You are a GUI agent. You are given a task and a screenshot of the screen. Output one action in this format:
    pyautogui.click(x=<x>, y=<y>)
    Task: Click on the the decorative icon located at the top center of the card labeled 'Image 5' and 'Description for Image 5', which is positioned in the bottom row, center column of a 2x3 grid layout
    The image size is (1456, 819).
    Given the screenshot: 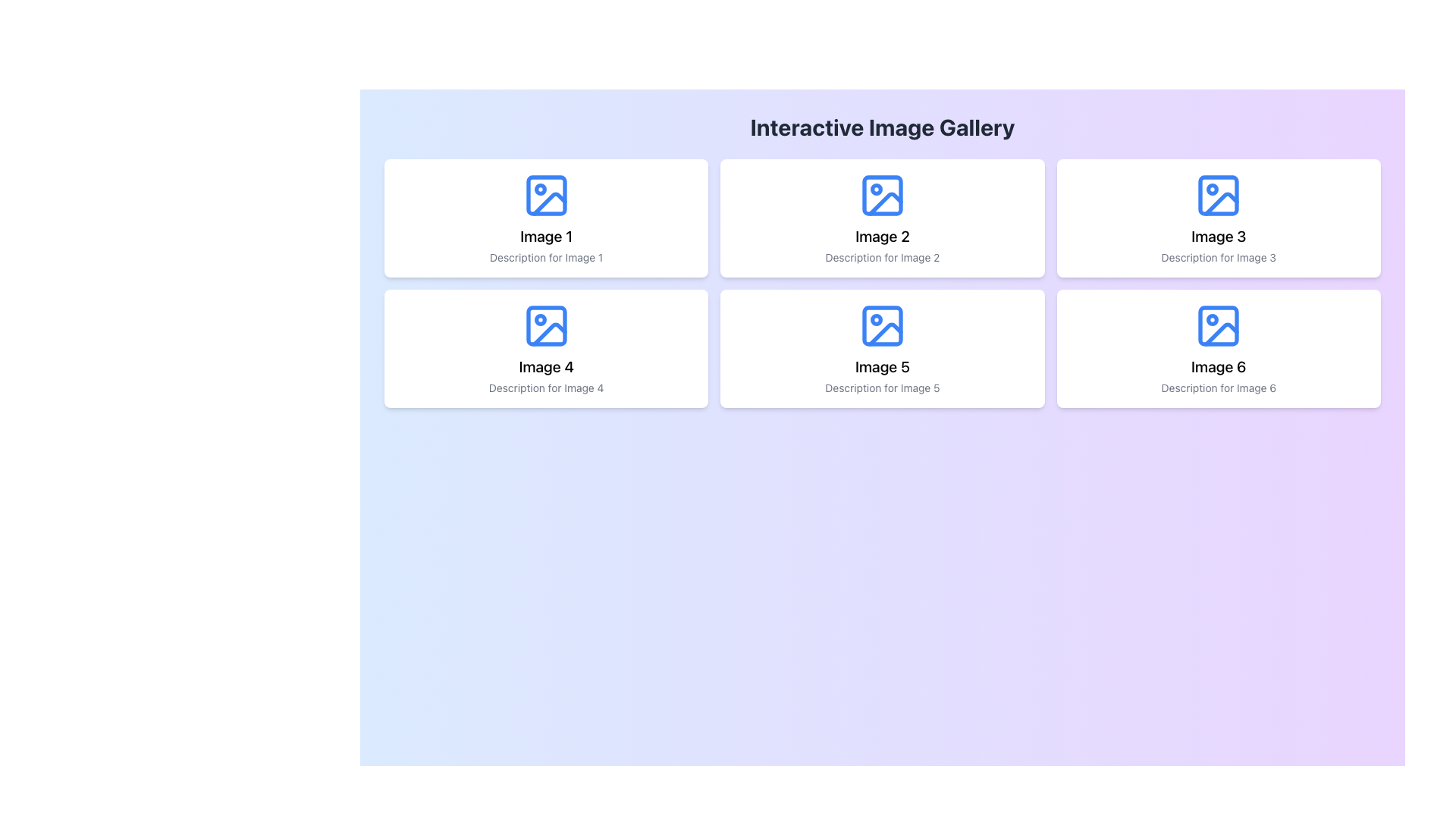 What is the action you would take?
    pyautogui.click(x=882, y=325)
    